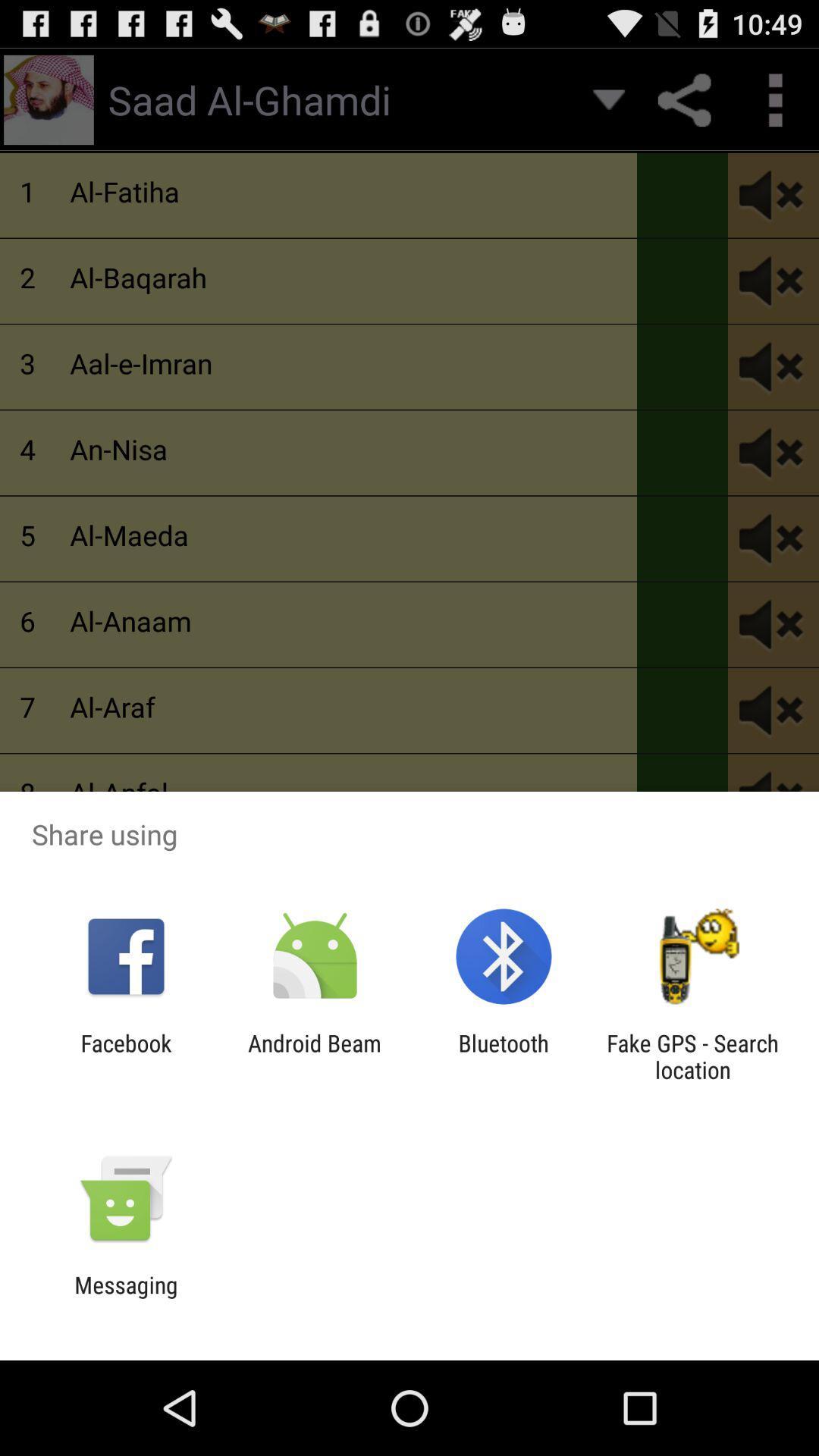 The image size is (819, 1456). Describe the element at coordinates (125, 1298) in the screenshot. I see `the messaging app` at that location.